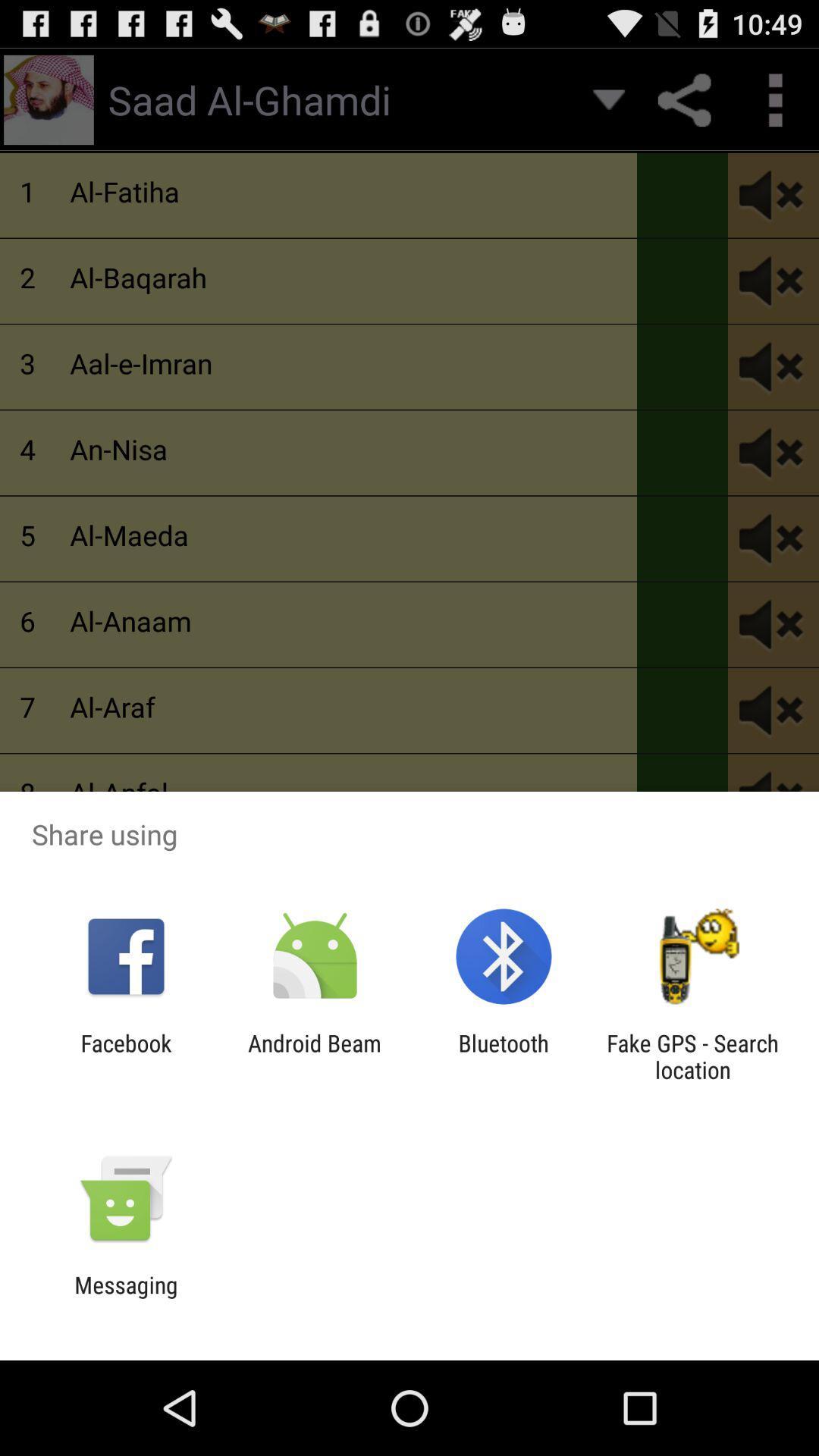 The image size is (819, 1456). Describe the element at coordinates (125, 1298) in the screenshot. I see `the messaging app` at that location.